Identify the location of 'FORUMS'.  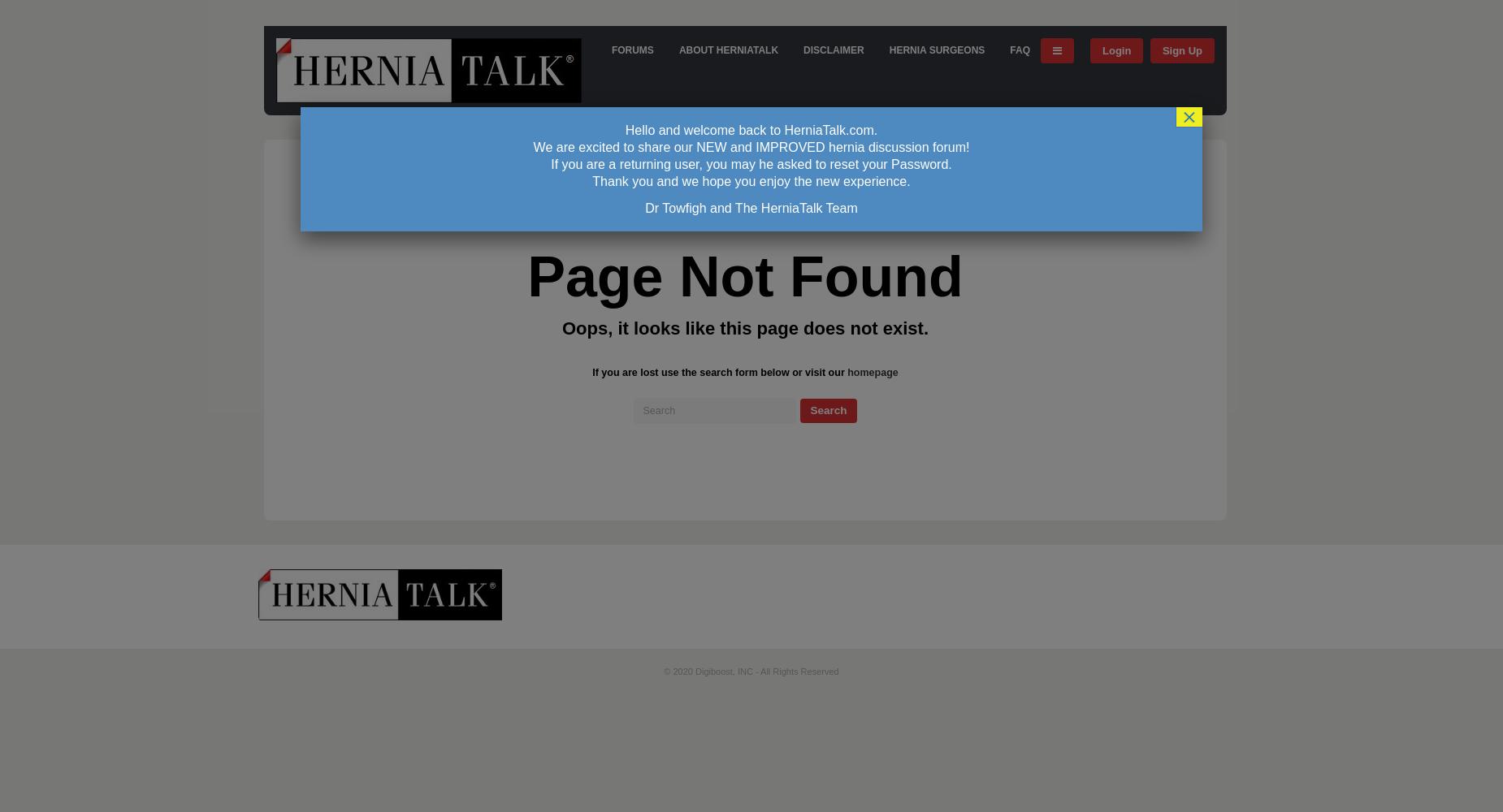
(631, 50).